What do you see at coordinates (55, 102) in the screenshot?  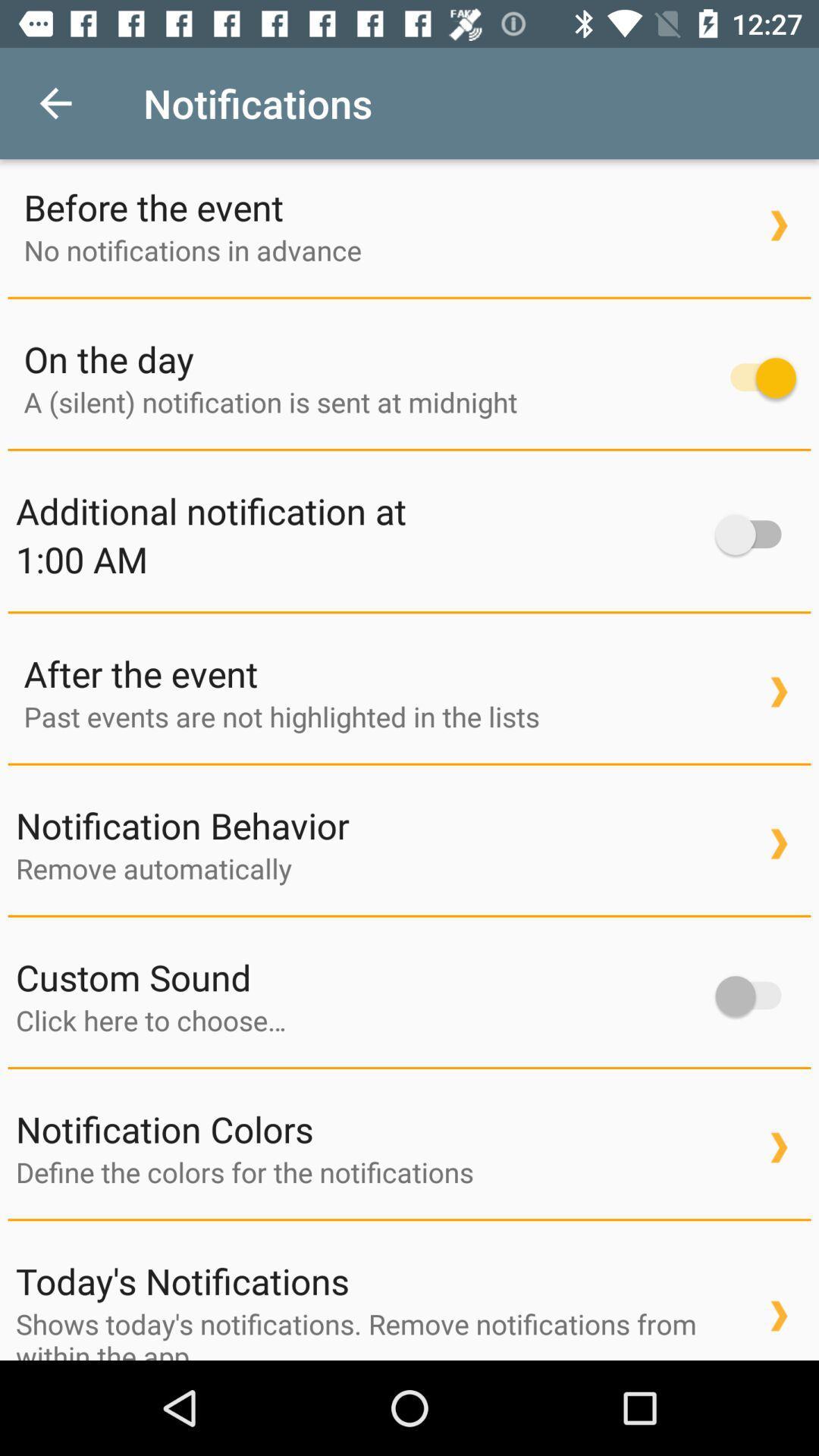 I see `icon next to notifications icon` at bounding box center [55, 102].